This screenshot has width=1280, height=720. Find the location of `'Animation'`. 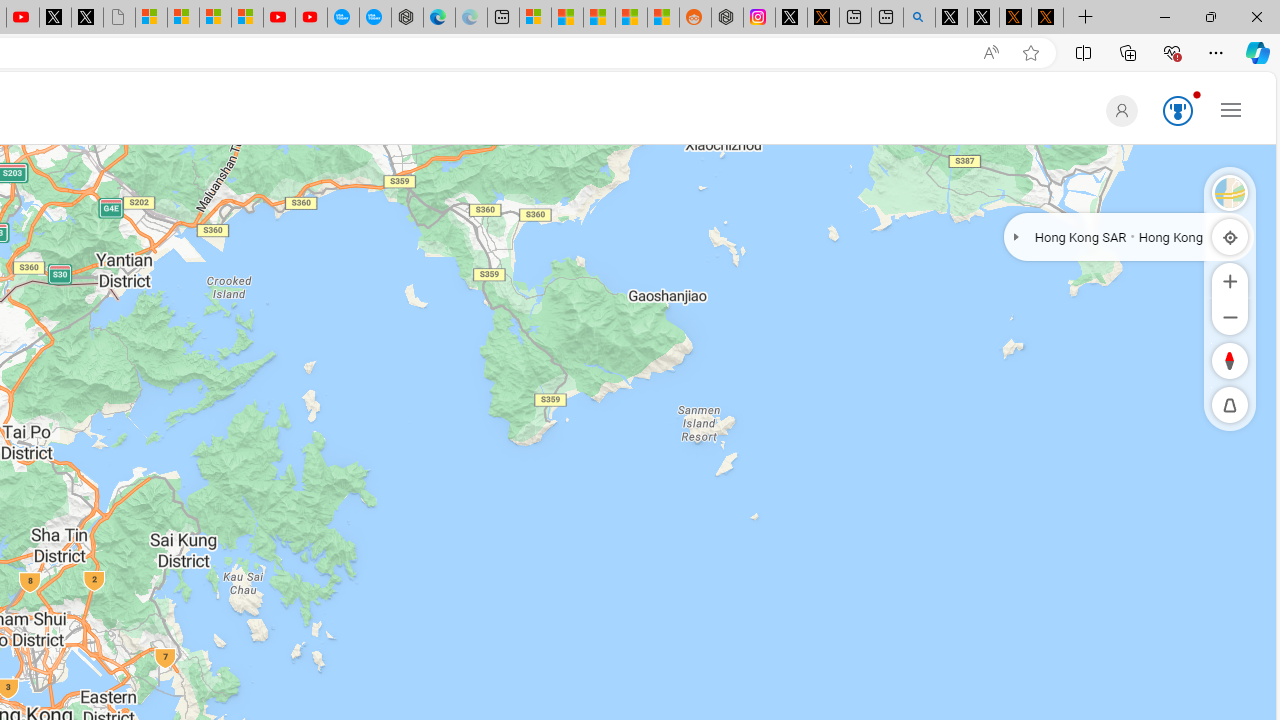

'Animation' is located at coordinates (1196, 95).